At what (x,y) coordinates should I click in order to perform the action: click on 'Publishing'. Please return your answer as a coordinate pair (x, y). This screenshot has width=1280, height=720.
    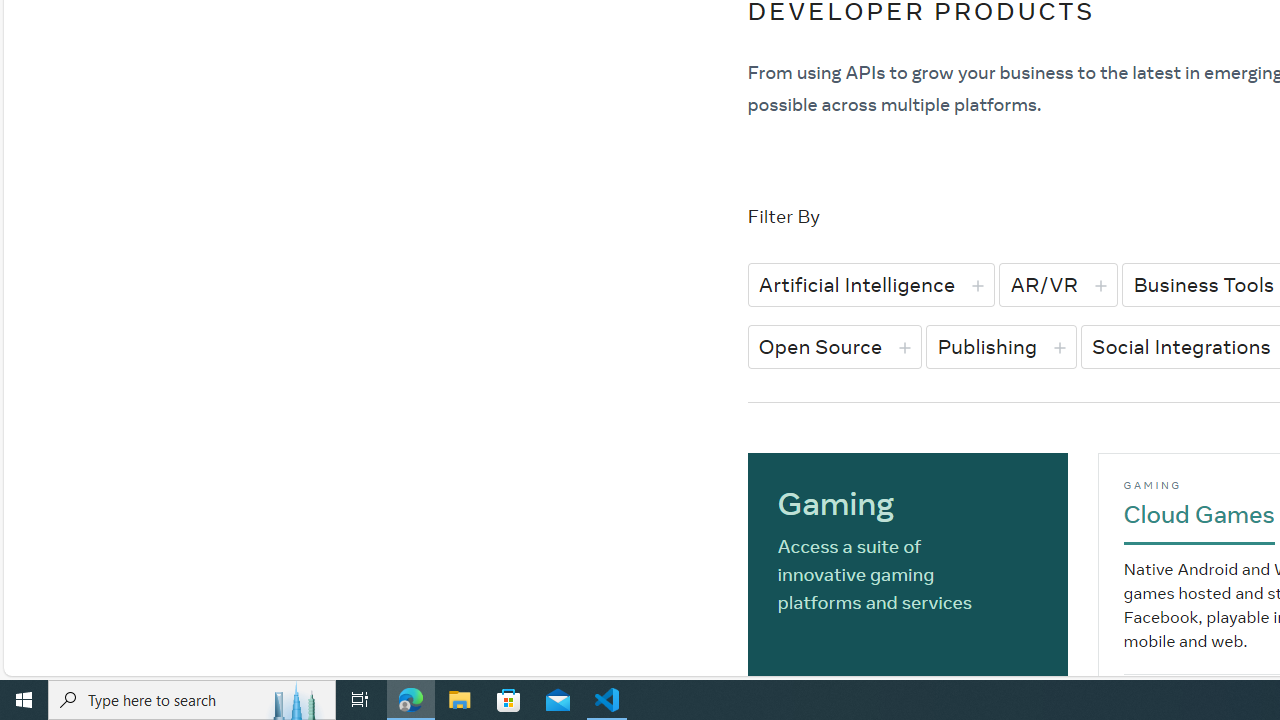
    Looking at the image, I should click on (1001, 345).